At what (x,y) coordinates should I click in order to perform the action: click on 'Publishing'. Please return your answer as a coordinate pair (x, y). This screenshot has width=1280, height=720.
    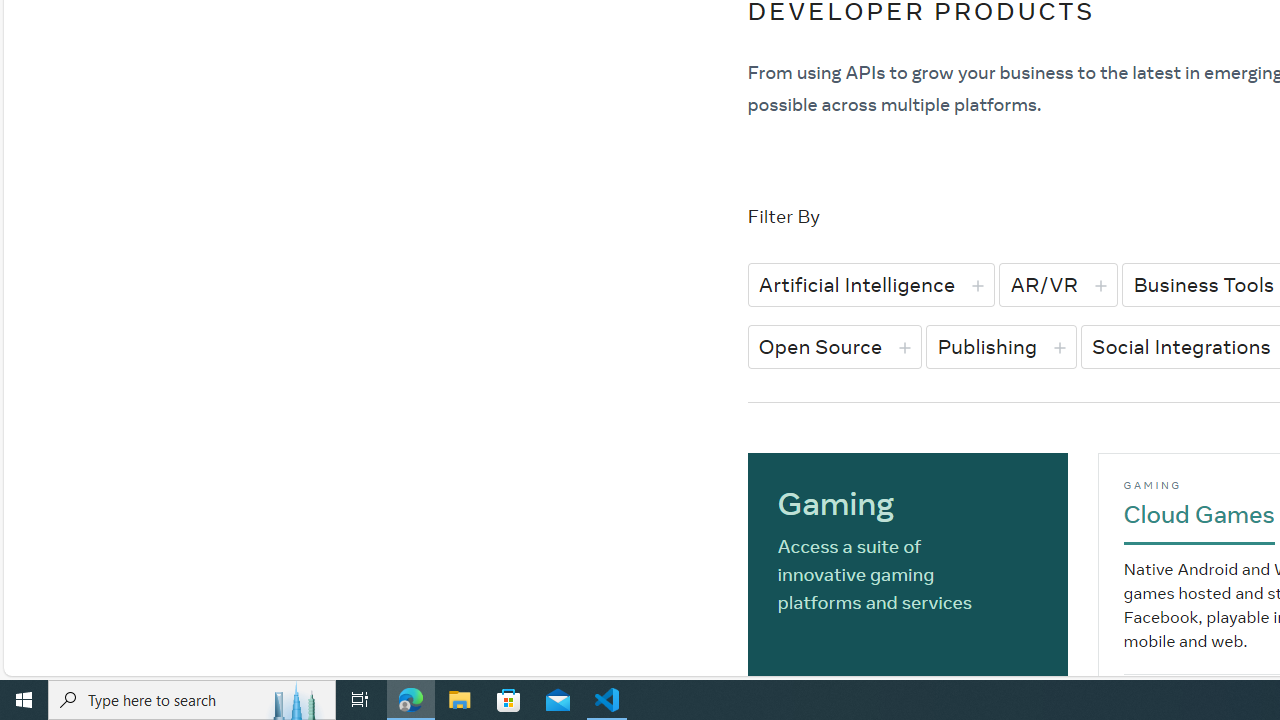
    Looking at the image, I should click on (1001, 345).